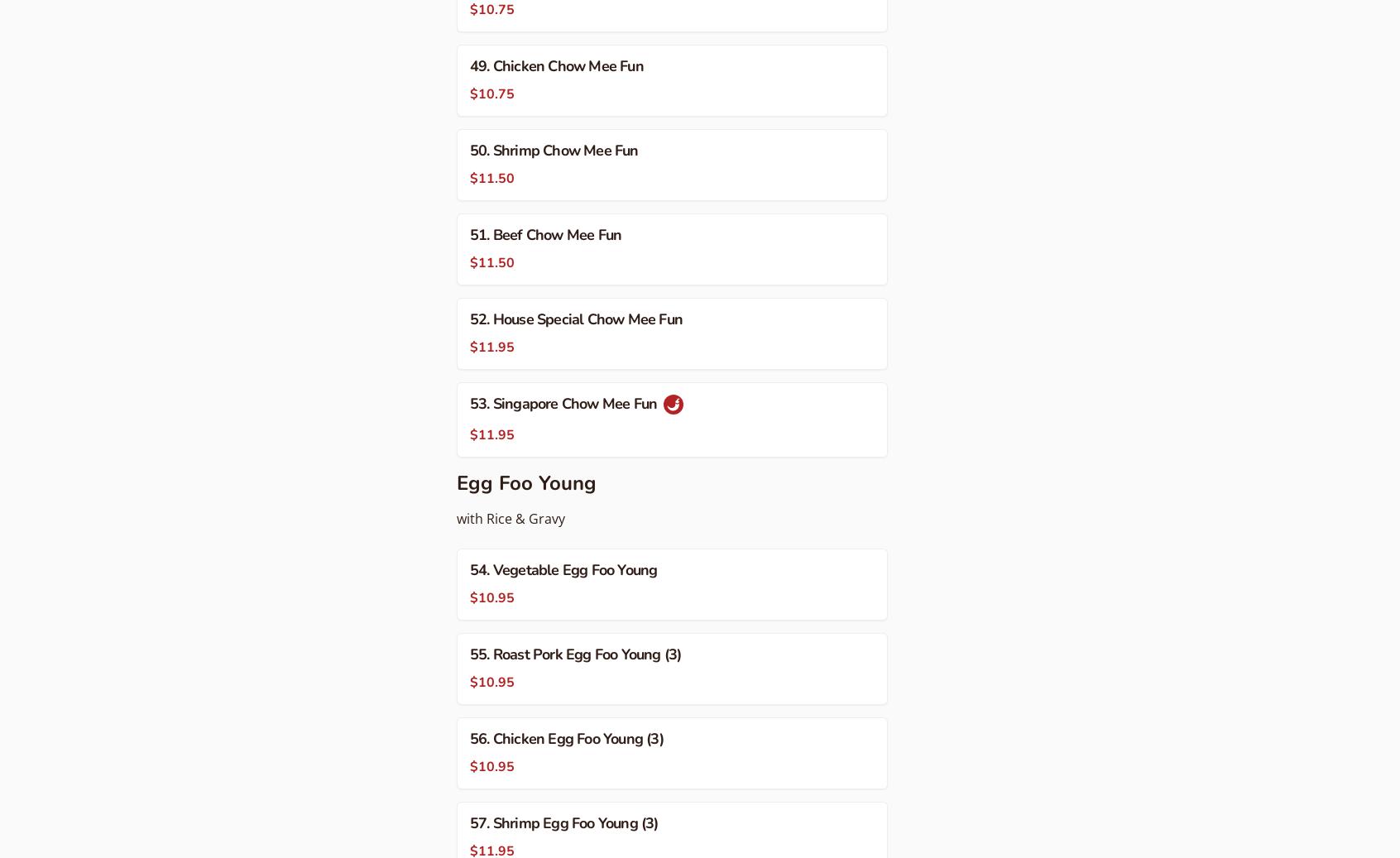 Image resolution: width=1400 pixels, height=858 pixels. Describe the element at coordinates (545, 234) in the screenshot. I see `'51. Beef Chow Mee Fun'` at that location.